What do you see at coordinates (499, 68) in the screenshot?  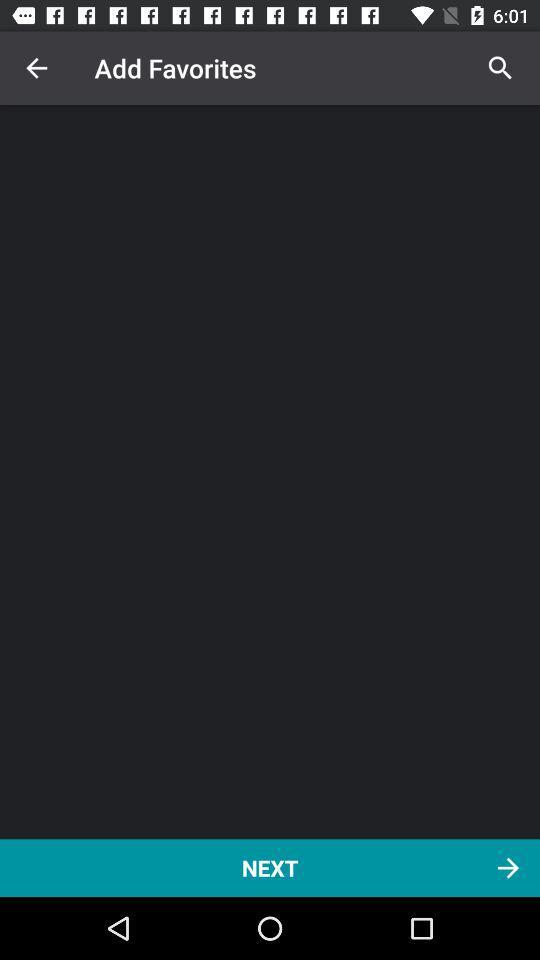 I see `icon next to add favorites item` at bounding box center [499, 68].